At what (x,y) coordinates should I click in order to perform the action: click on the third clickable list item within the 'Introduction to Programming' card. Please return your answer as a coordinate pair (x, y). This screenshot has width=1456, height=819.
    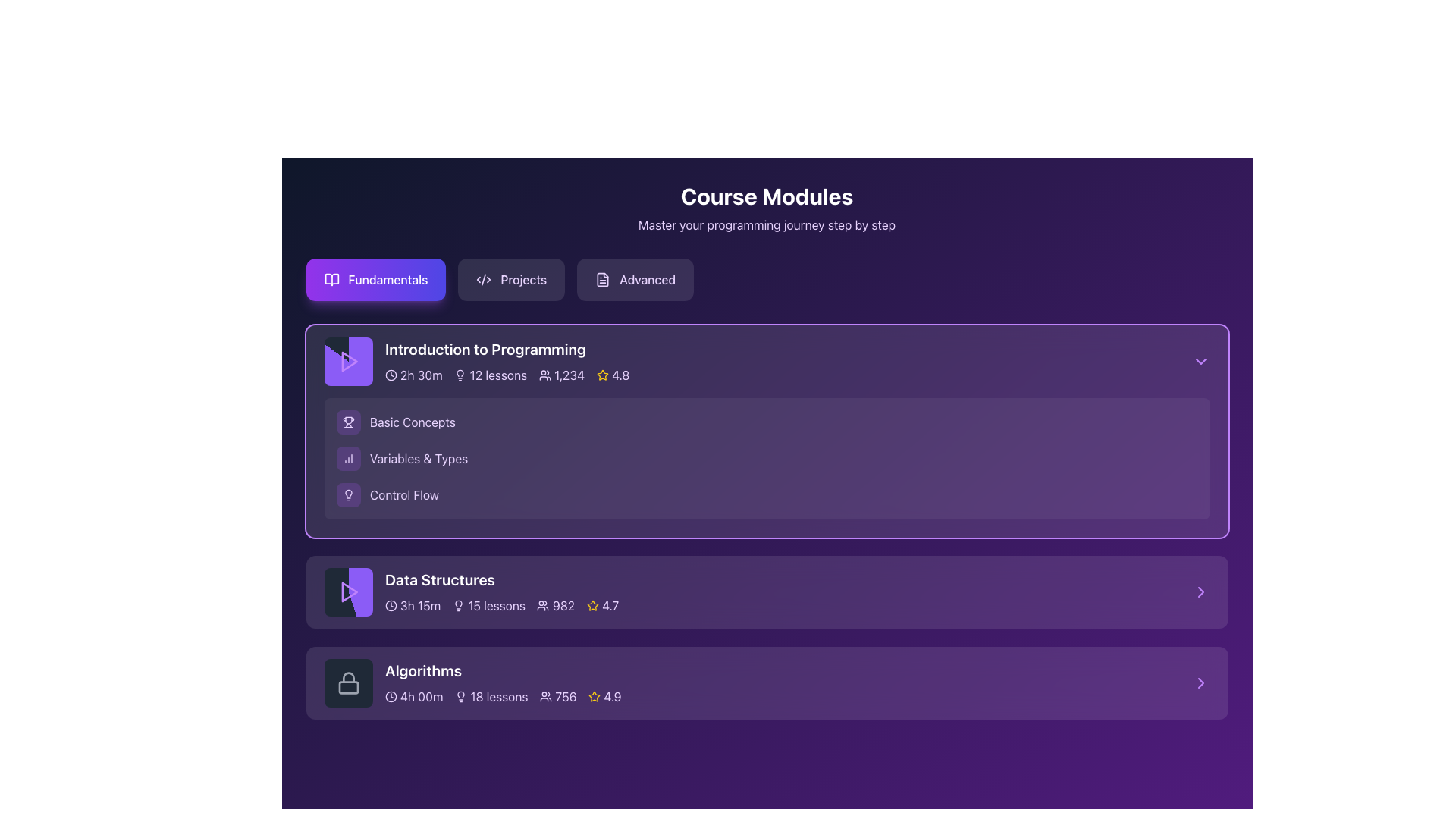
    Looking at the image, I should click on (767, 494).